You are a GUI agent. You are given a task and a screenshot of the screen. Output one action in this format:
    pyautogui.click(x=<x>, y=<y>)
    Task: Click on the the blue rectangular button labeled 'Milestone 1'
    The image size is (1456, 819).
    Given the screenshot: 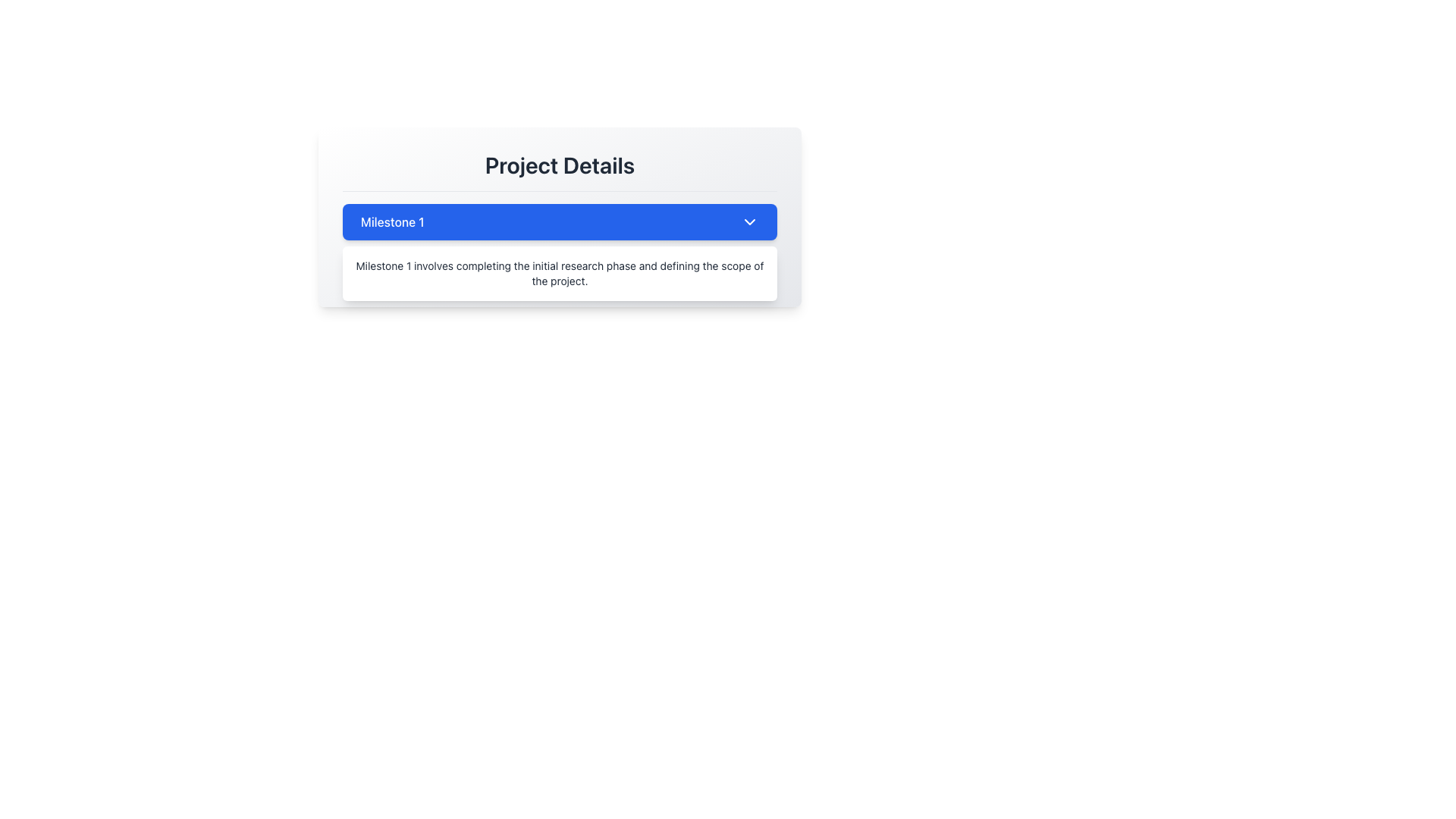 What is the action you would take?
    pyautogui.click(x=559, y=222)
    